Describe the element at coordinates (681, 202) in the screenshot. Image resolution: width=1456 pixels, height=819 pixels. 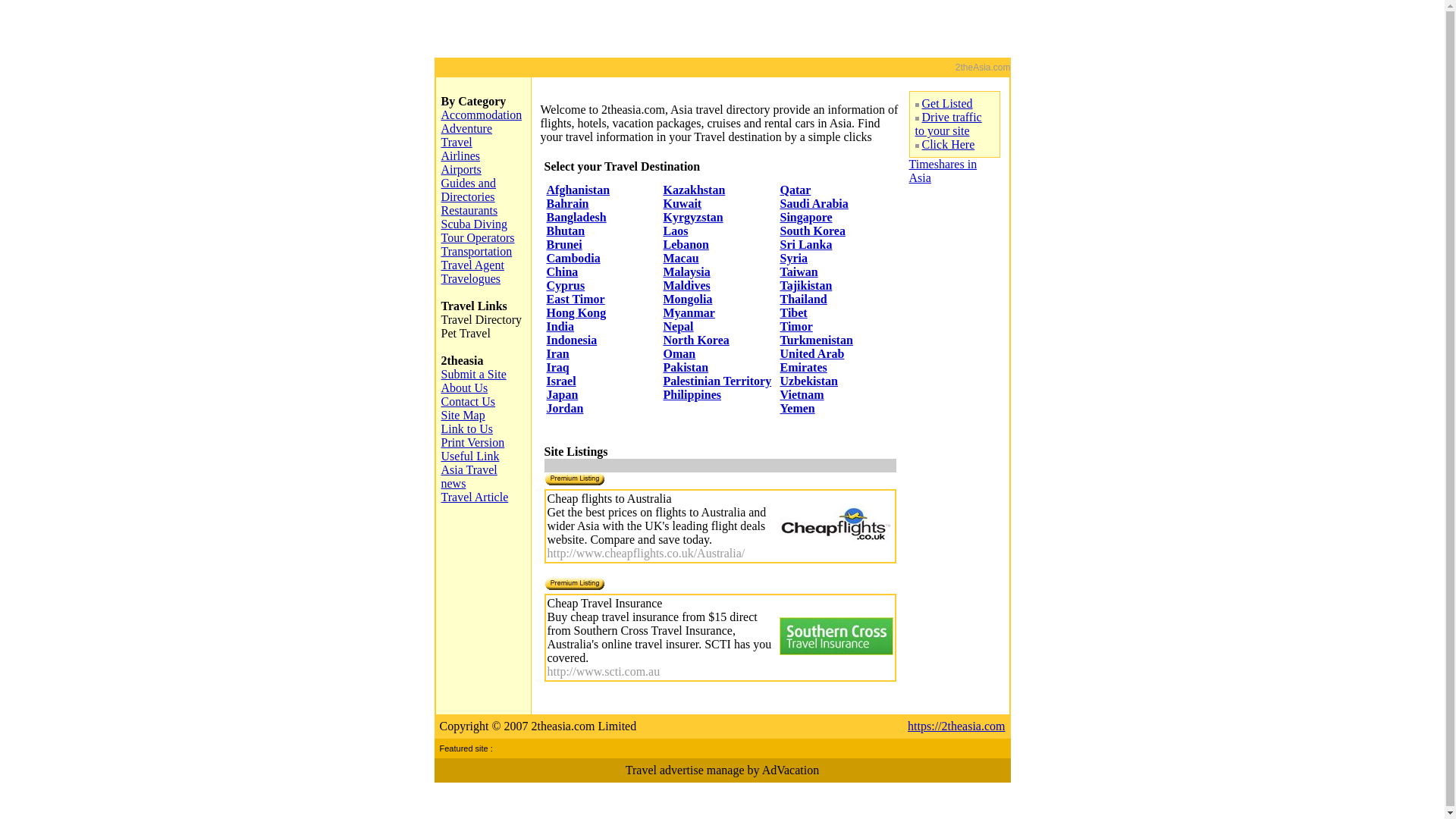
I see `'Kuwait'` at that location.